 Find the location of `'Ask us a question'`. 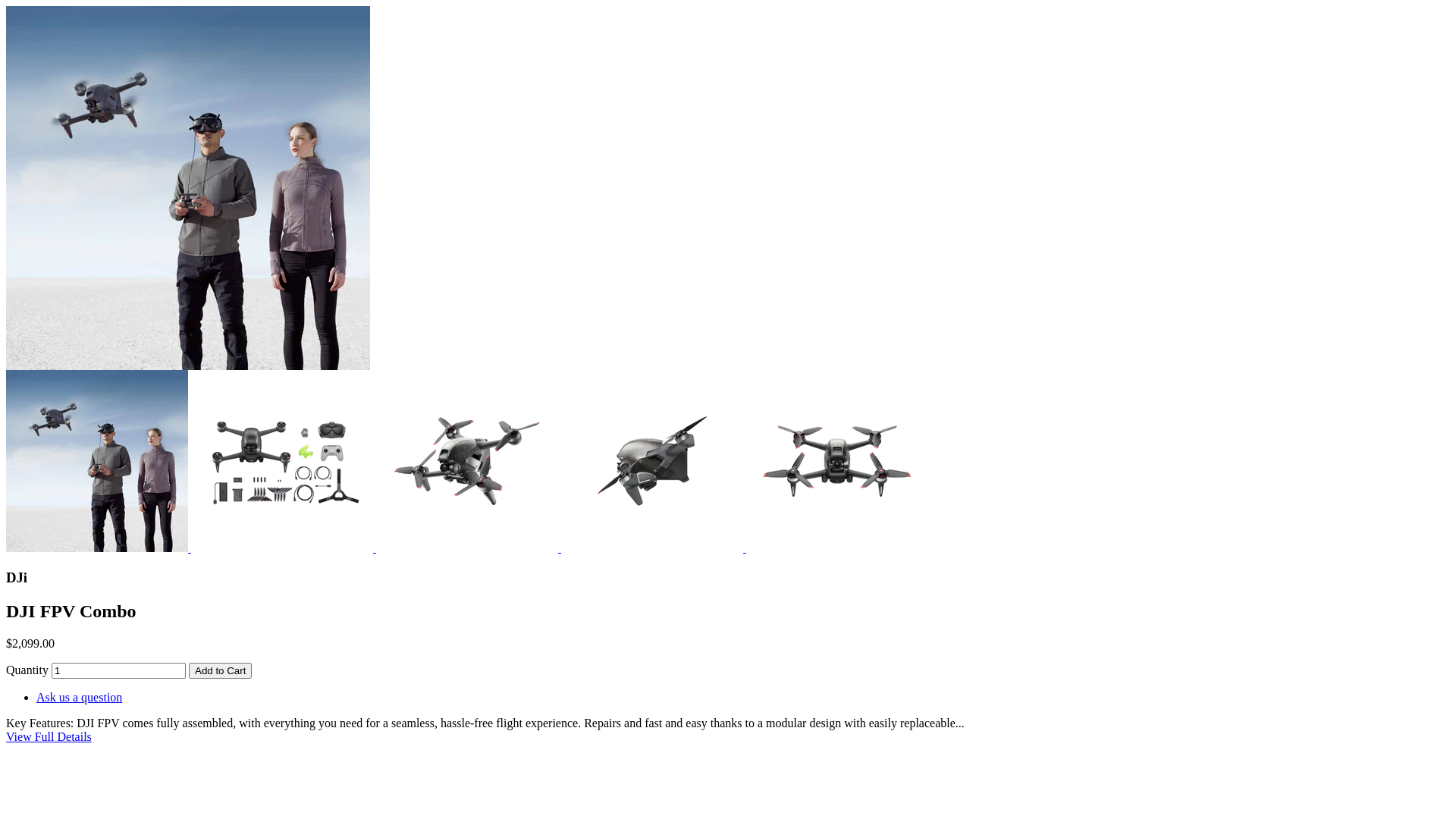

'Ask us a question' is located at coordinates (78, 697).